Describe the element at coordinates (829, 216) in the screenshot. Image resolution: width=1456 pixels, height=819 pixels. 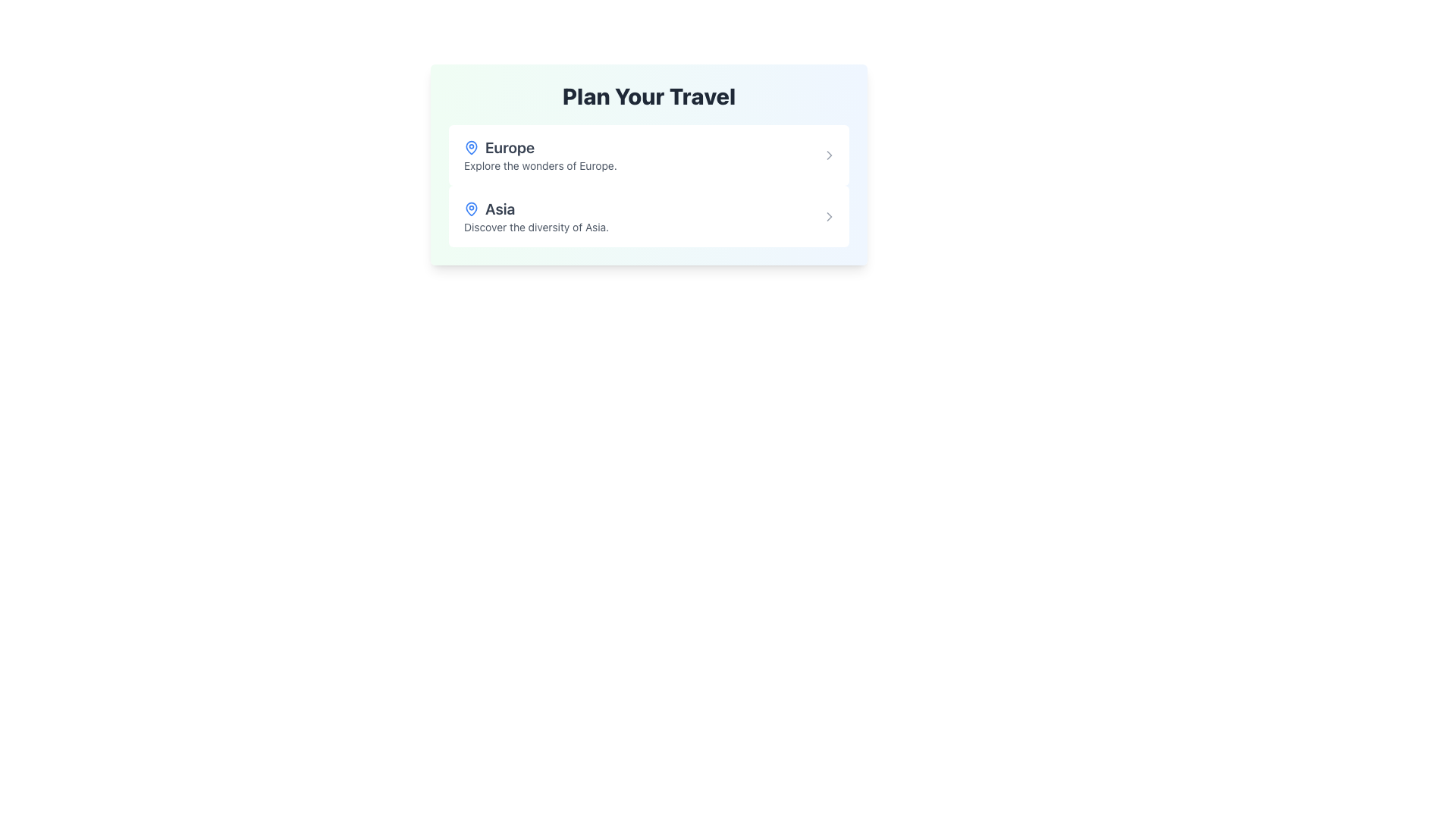
I see `the gray rightward chevron icon located in the bottom right corner of the 'Asia' entry` at that location.